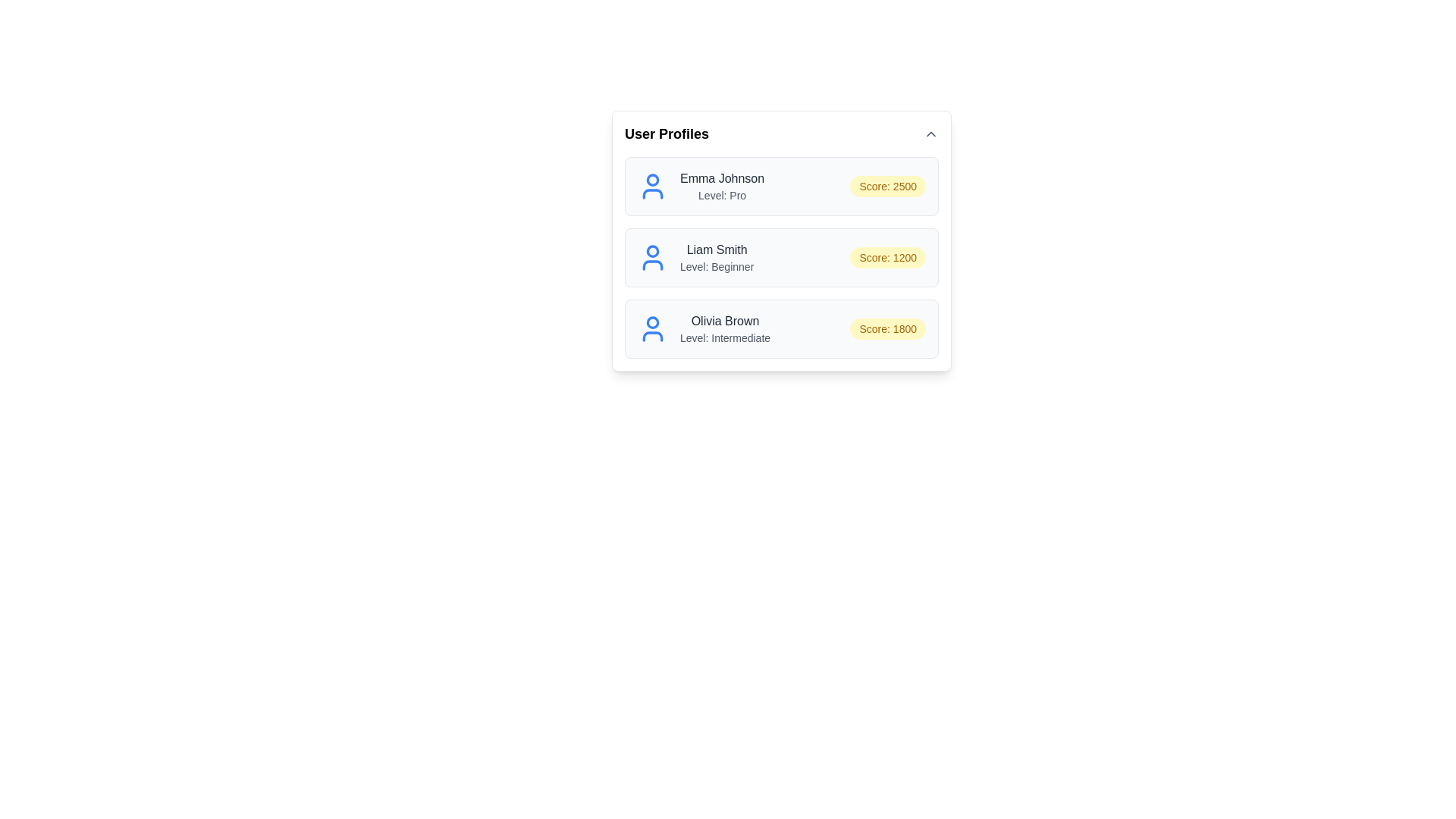 The image size is (1456, 819). What do you see at coordinates (782, 328) in the screenshot?
I see `the user information card displaying 'Olivia Brown' with the score '1800', which is the last card in a vertical list of three cards` at bounding box center [782, 328].